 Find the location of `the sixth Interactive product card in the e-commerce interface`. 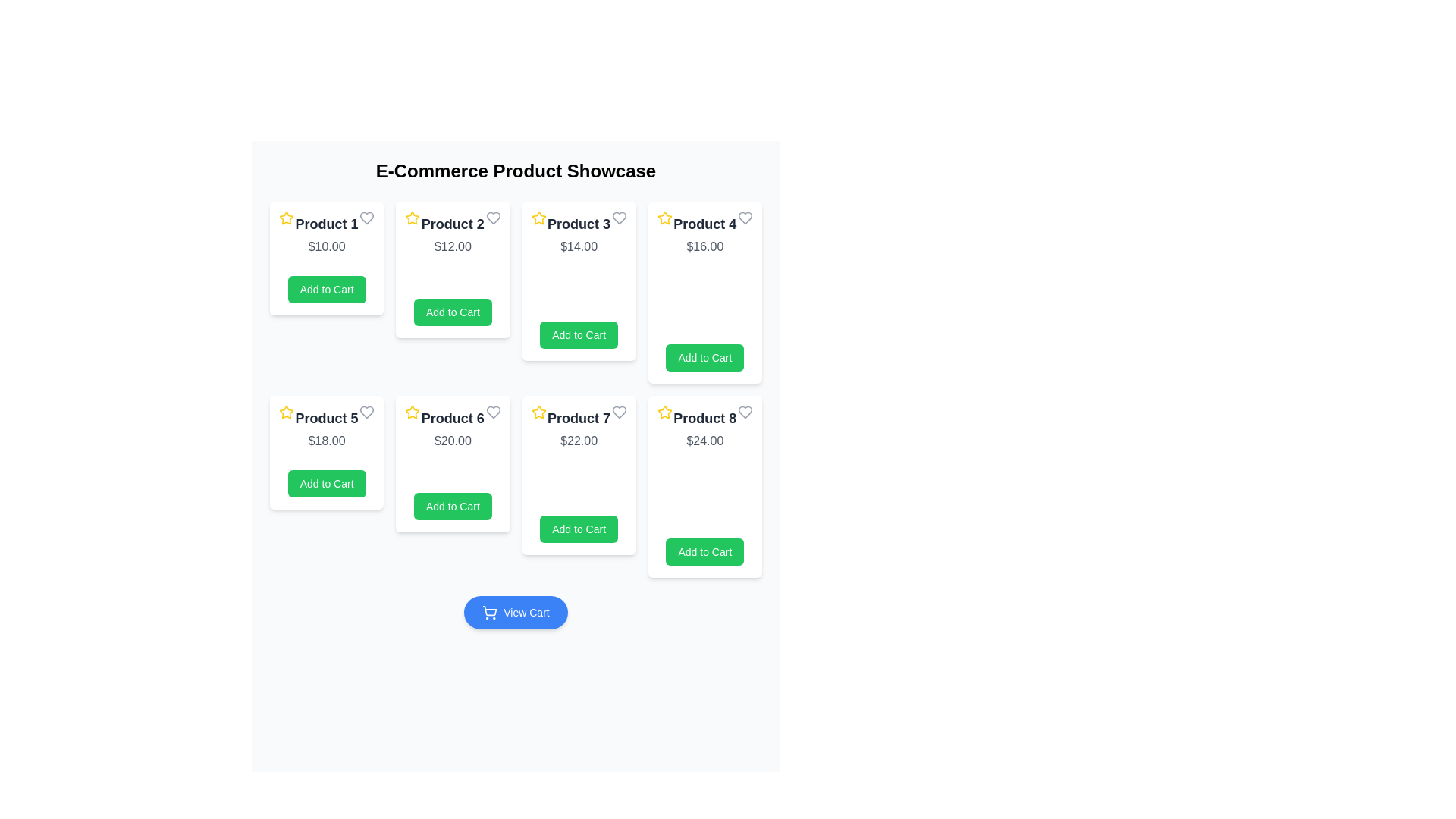

the sixth Interactive product card in the e-commerce interface is located at coordinates (452, 463).